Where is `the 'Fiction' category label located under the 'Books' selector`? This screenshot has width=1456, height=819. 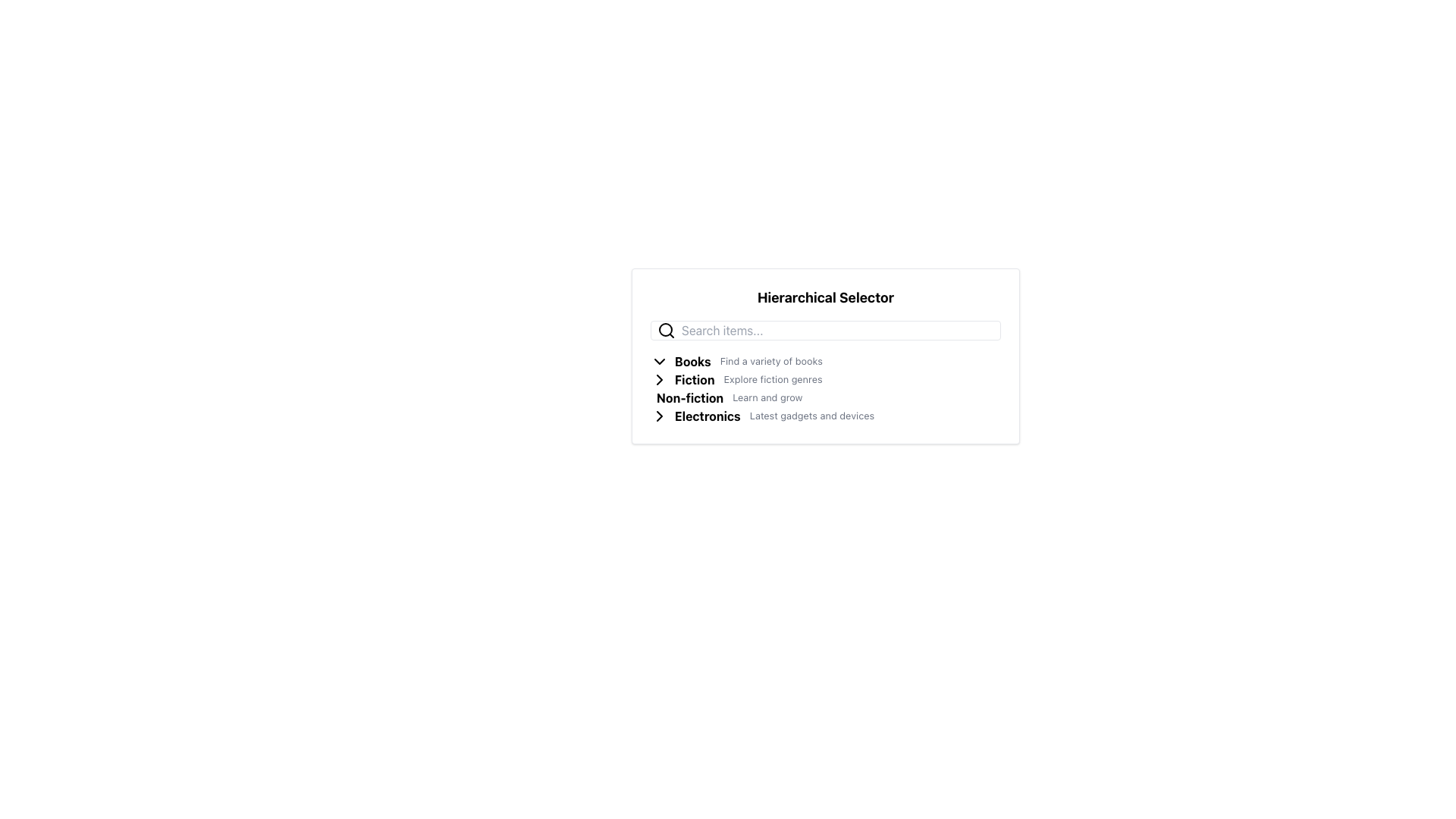
the 'Fiction' category label located under the 'Books' selector is located at coordinates (694, 379).